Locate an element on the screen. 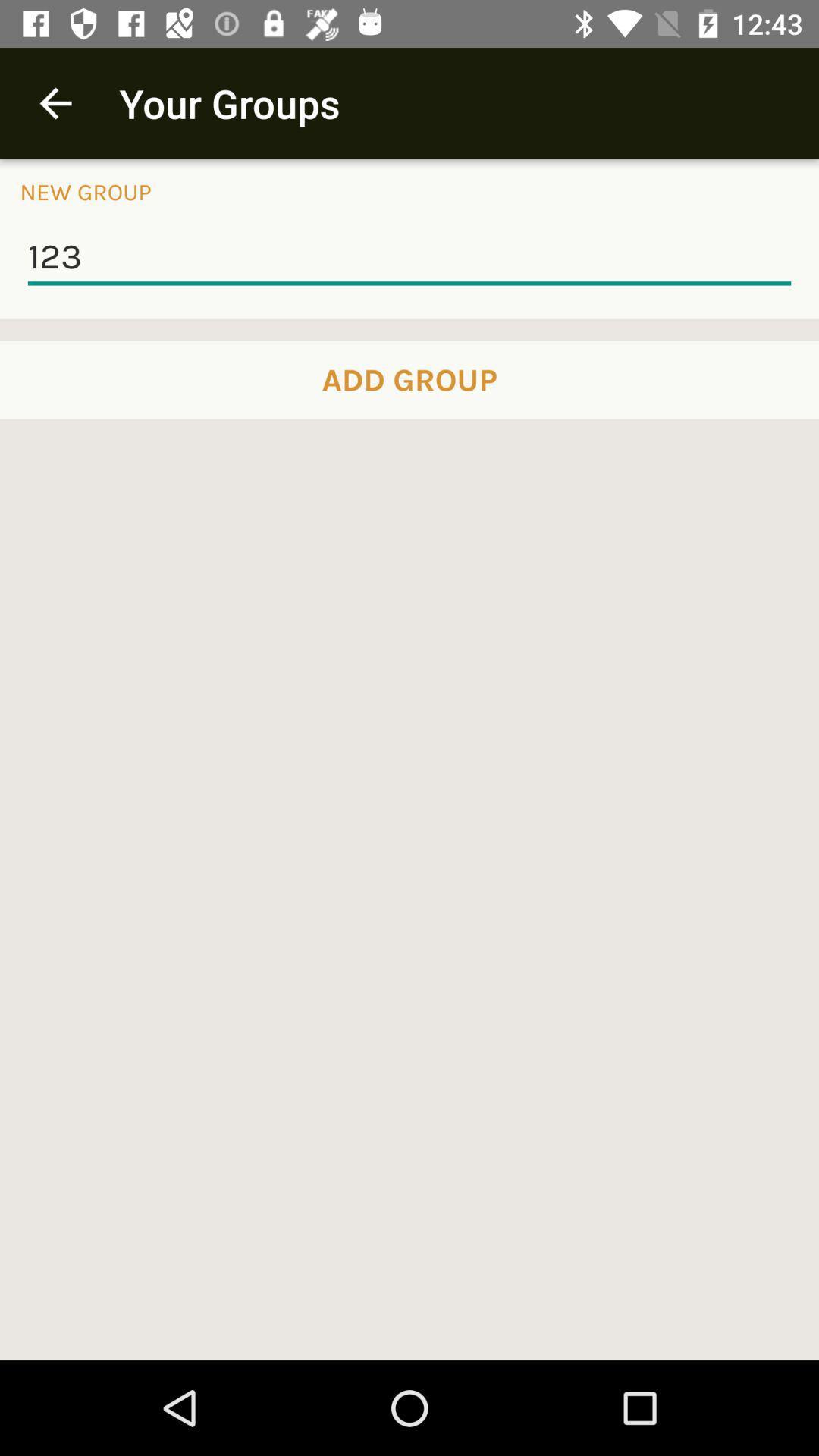 Image resolution: width=819 pixels, height=1456 pixels. item above new group is located at coordinates (55, 102).